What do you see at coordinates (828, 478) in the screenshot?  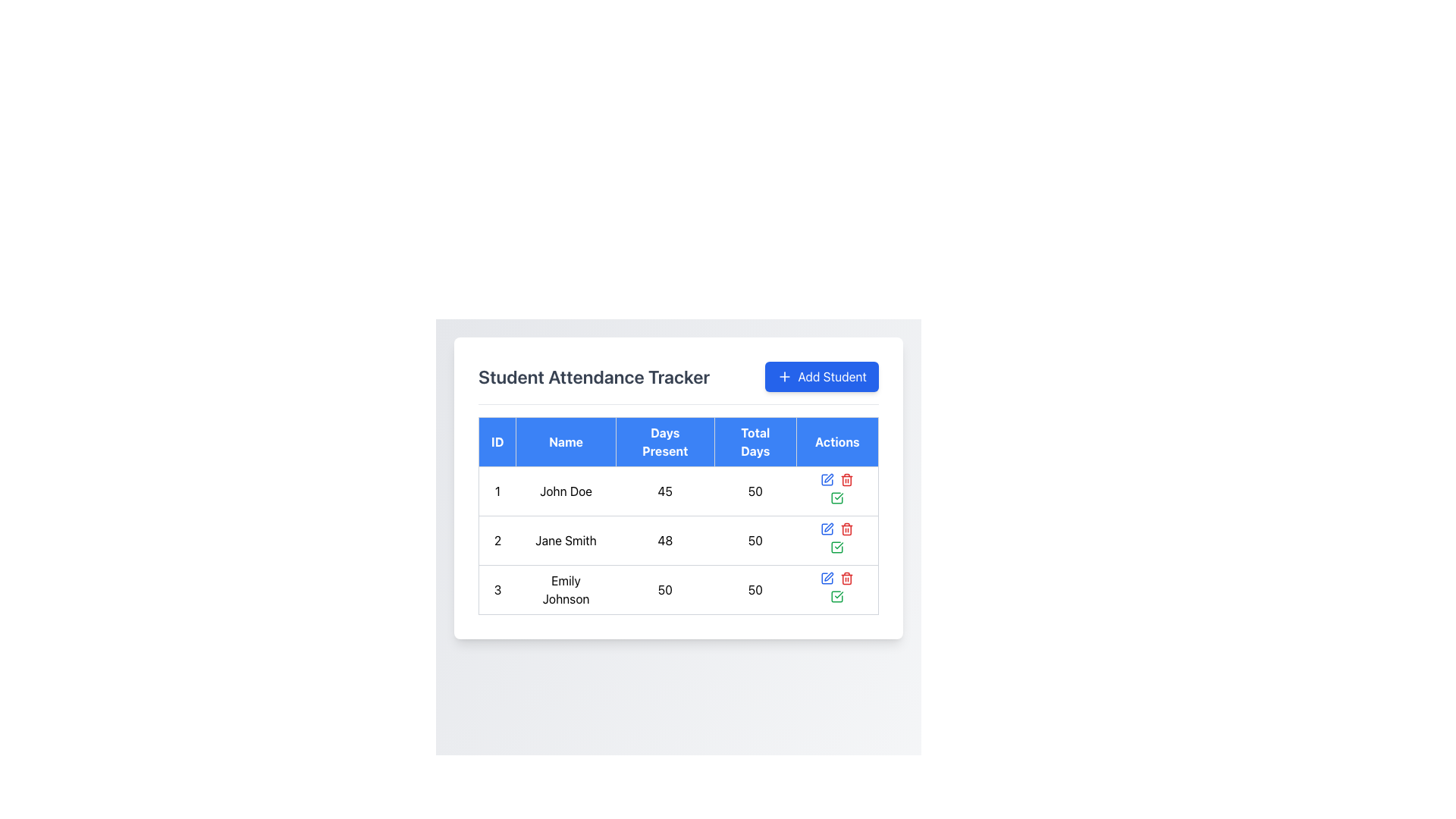 I see `the small, slanted pen icon in the 'Actions' column of the second row representing 'Jane Smith'` at bounding box center [828, 478].